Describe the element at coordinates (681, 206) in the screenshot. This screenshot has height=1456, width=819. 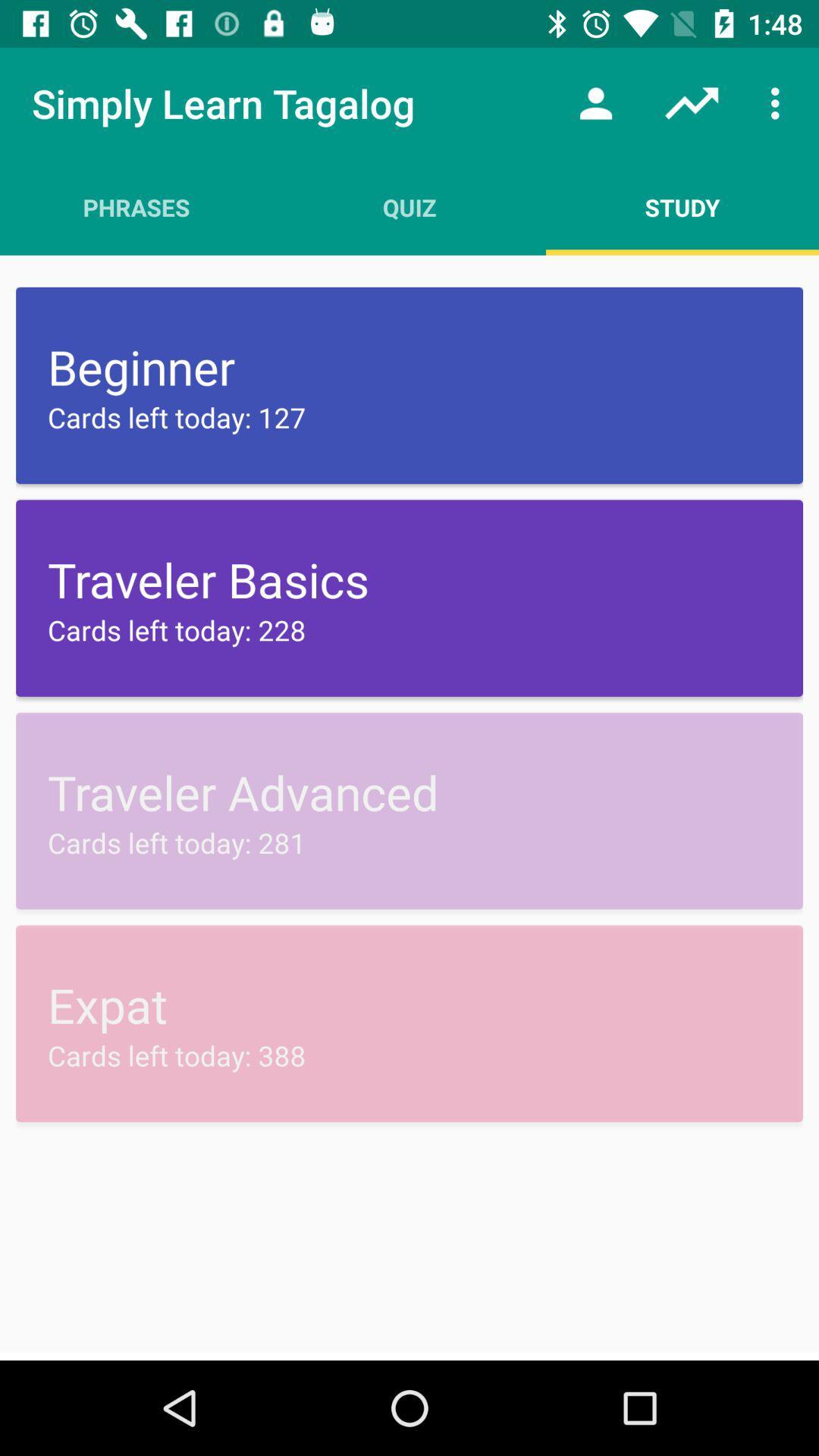
I see `option right side of quiz` at that location.